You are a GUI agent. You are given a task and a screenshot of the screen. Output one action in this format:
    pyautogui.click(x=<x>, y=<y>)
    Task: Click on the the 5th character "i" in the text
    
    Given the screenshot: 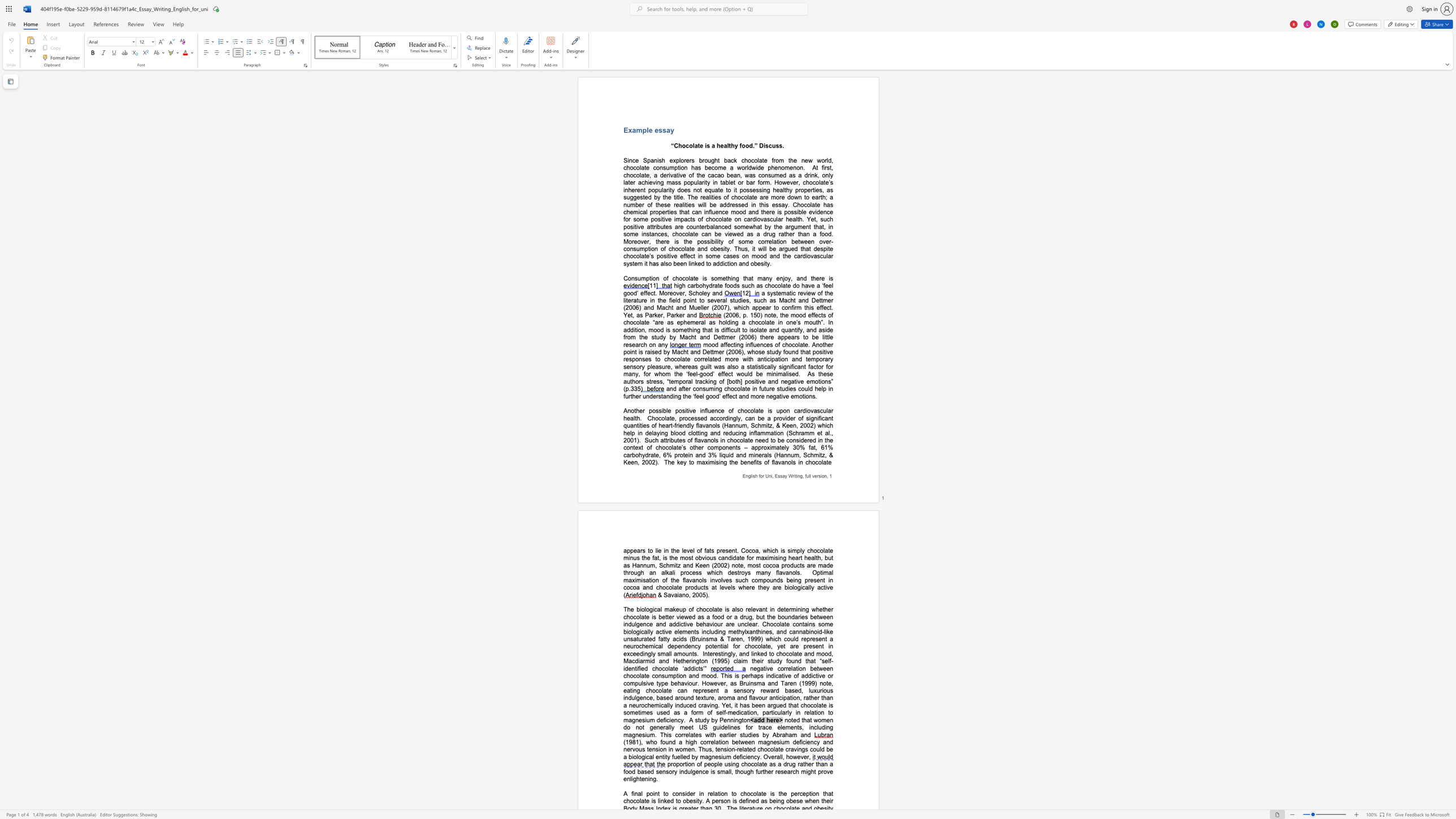 What is the action you would take?
    pyautogui.click(x=764, y=263)
    